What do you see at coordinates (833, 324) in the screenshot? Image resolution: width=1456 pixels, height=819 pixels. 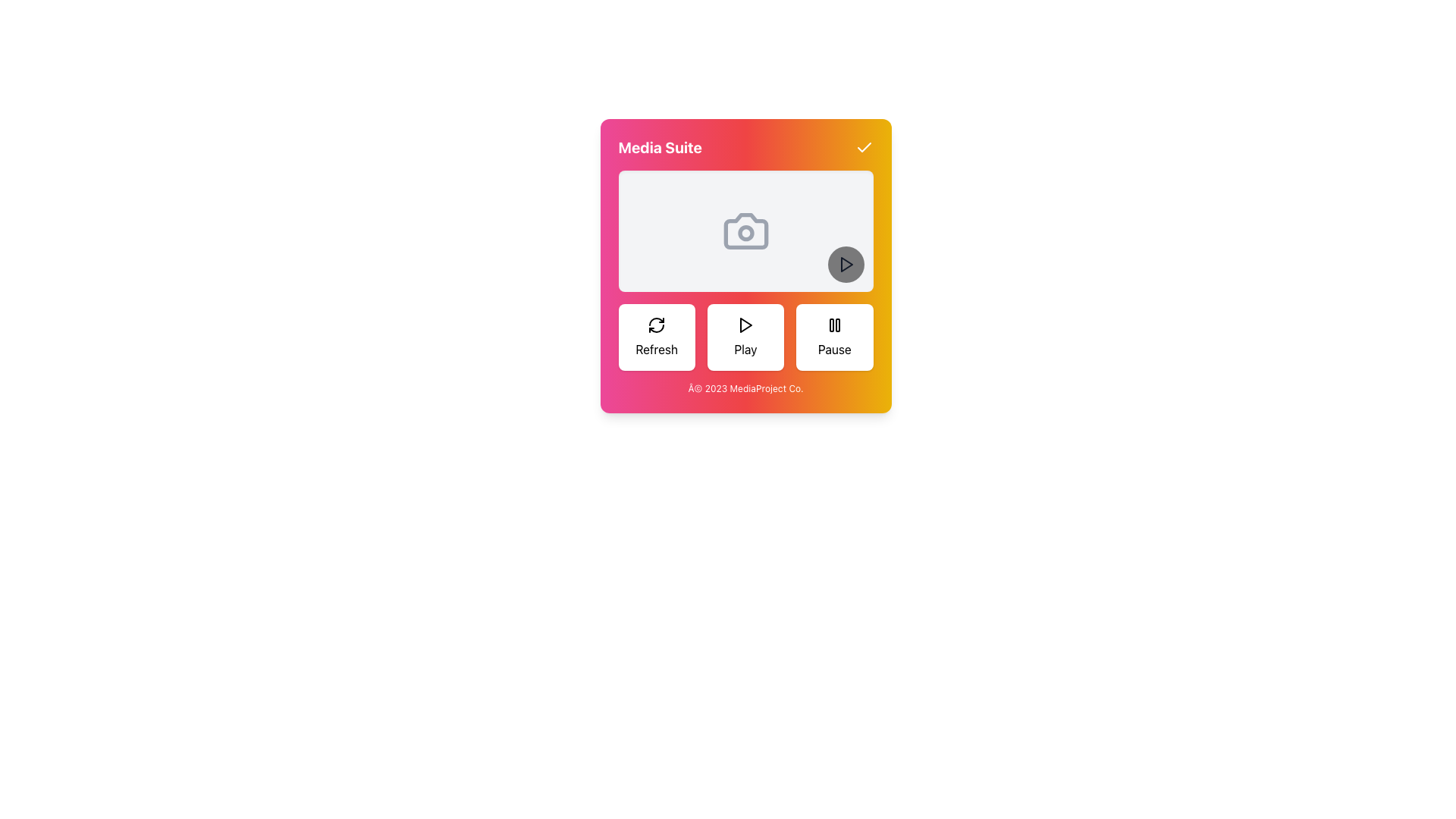 I see `the pause icon, which consists of two vertical black bars and is part of the 'Pause' button located in the bottom right quadrant of the 'Media Suite' card` at bounding box center [833, 324].